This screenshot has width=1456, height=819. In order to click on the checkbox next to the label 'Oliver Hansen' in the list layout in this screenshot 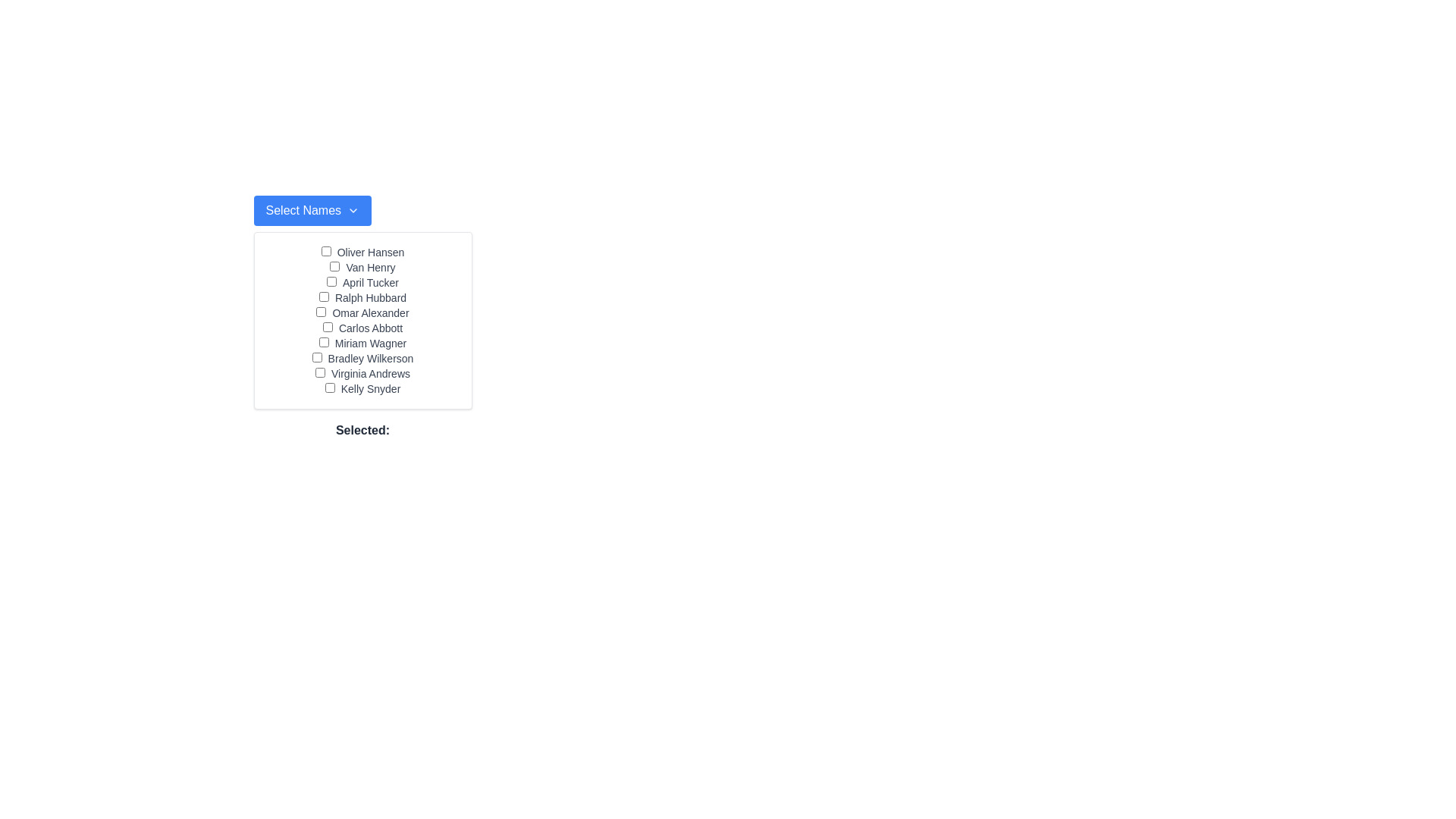, I will do `click(362, 251)`.